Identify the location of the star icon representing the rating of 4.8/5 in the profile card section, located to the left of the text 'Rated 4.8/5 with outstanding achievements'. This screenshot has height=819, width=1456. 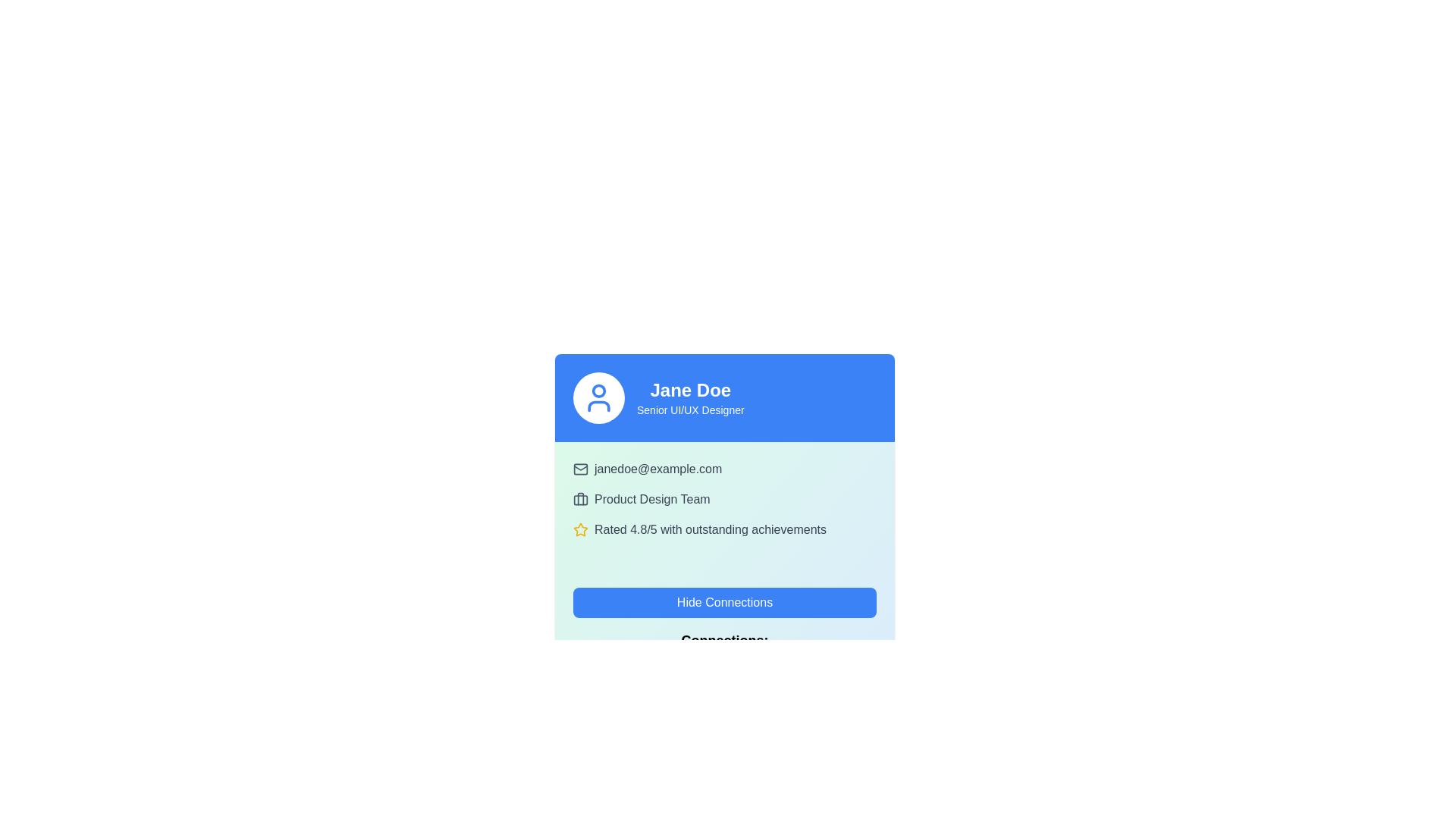
(580, 529).